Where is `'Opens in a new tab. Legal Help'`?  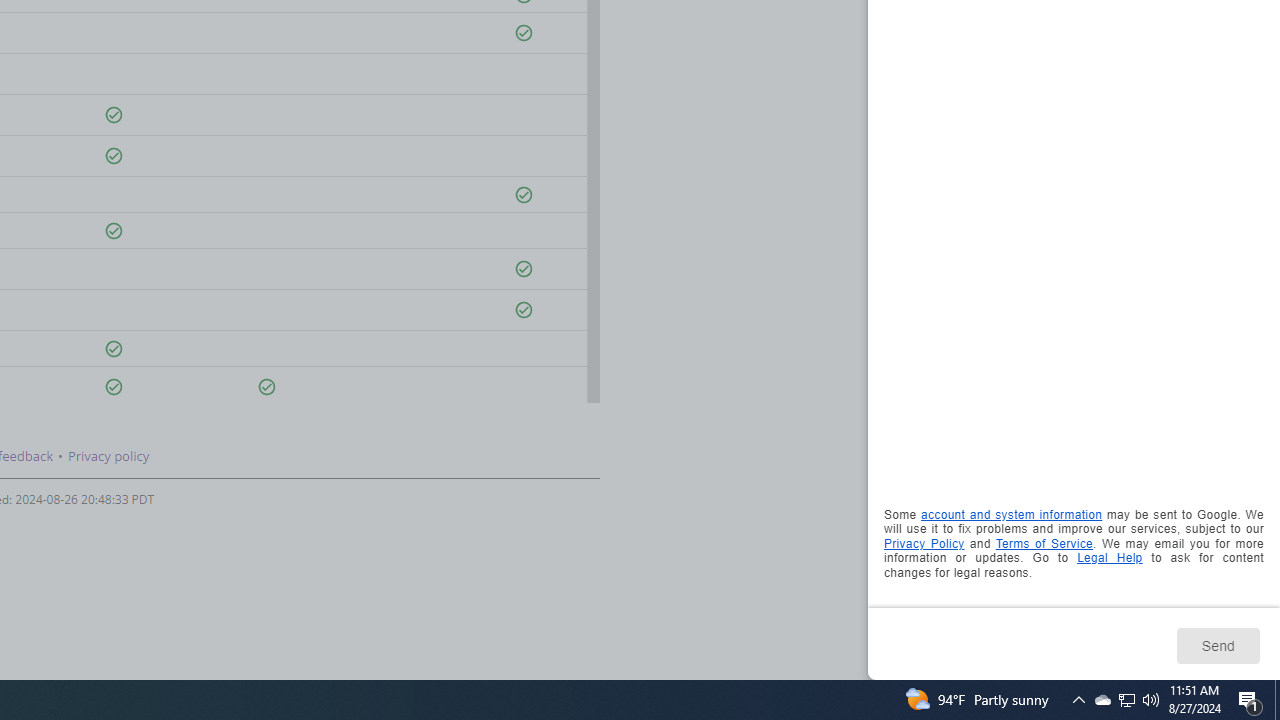 'Opens in a new tab. Legal Help' is located at coordinates (1108, 558).